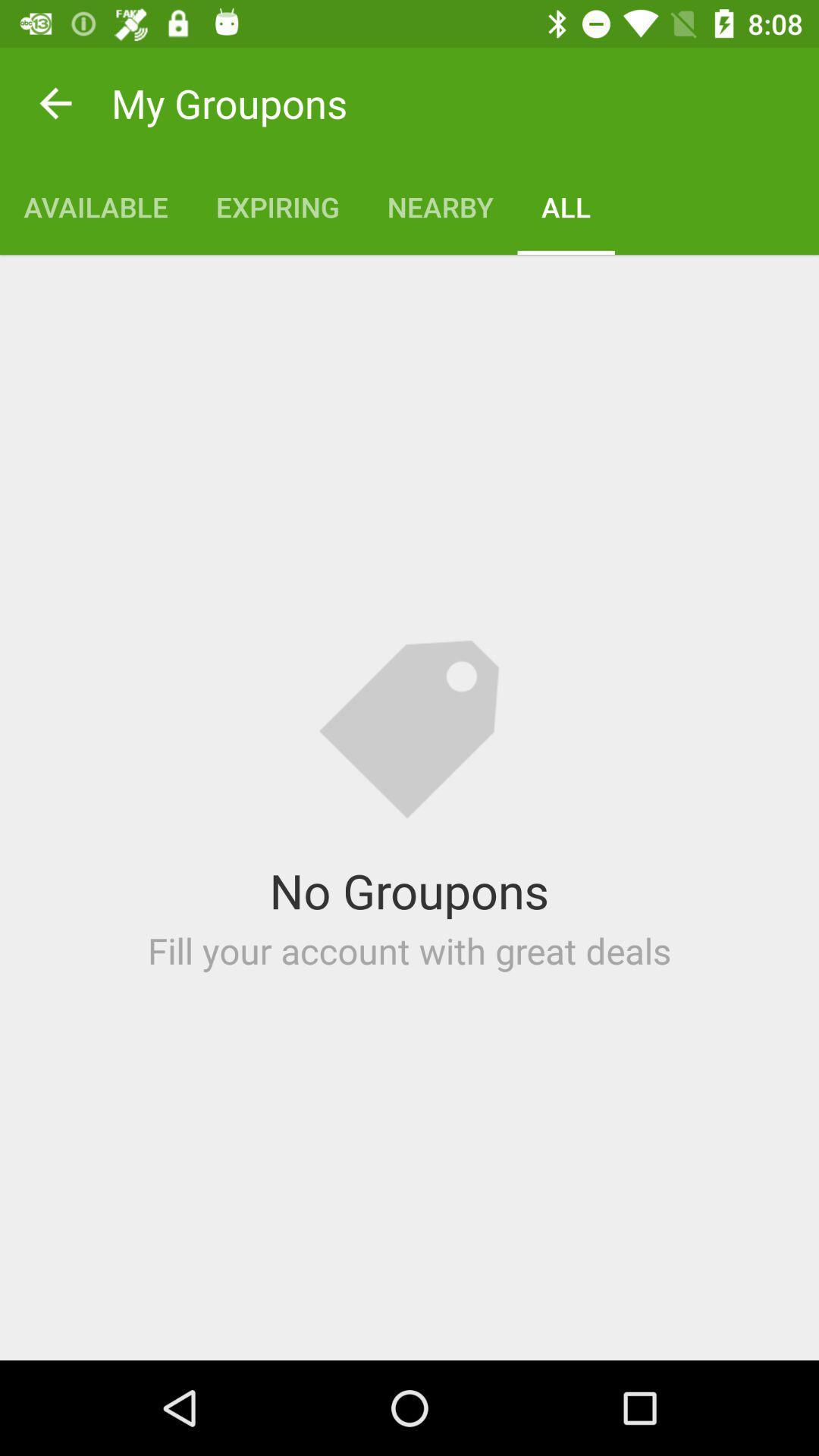  I want to click on the app next to nearby item, so click(278, 206).